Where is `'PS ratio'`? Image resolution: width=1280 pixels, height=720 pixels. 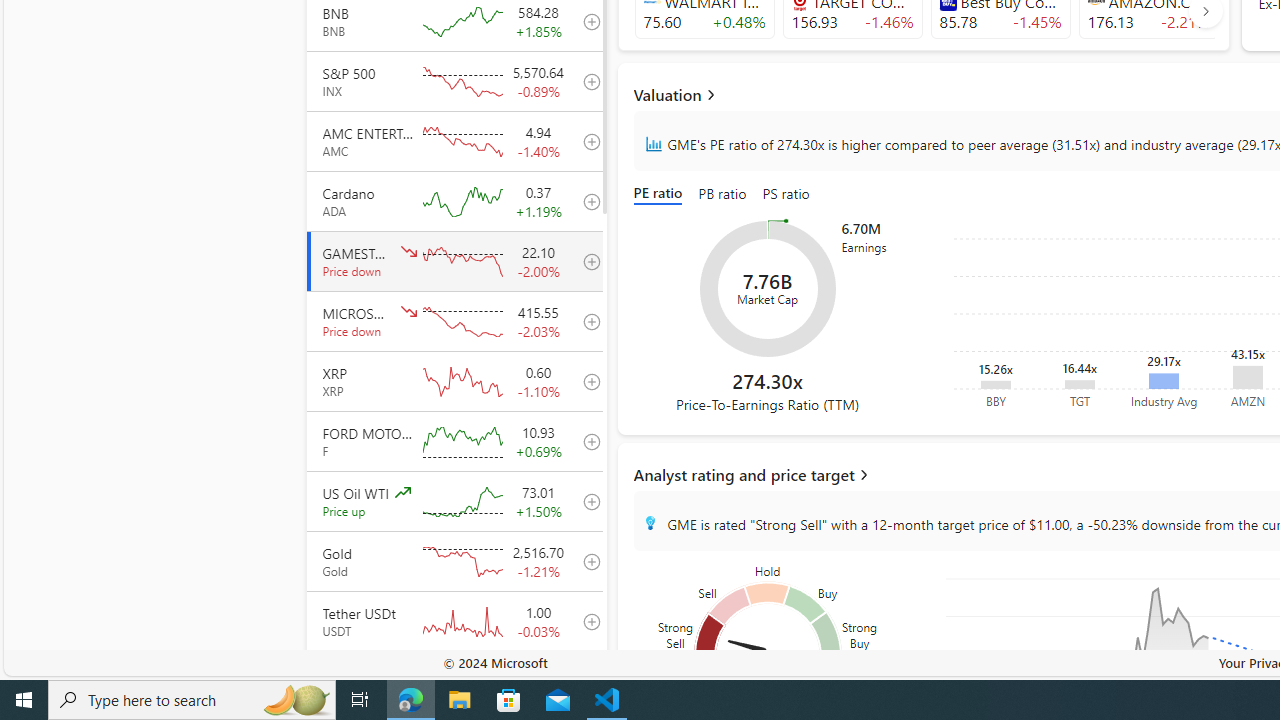
'PS ratio' is located at coordinates (784, 195).